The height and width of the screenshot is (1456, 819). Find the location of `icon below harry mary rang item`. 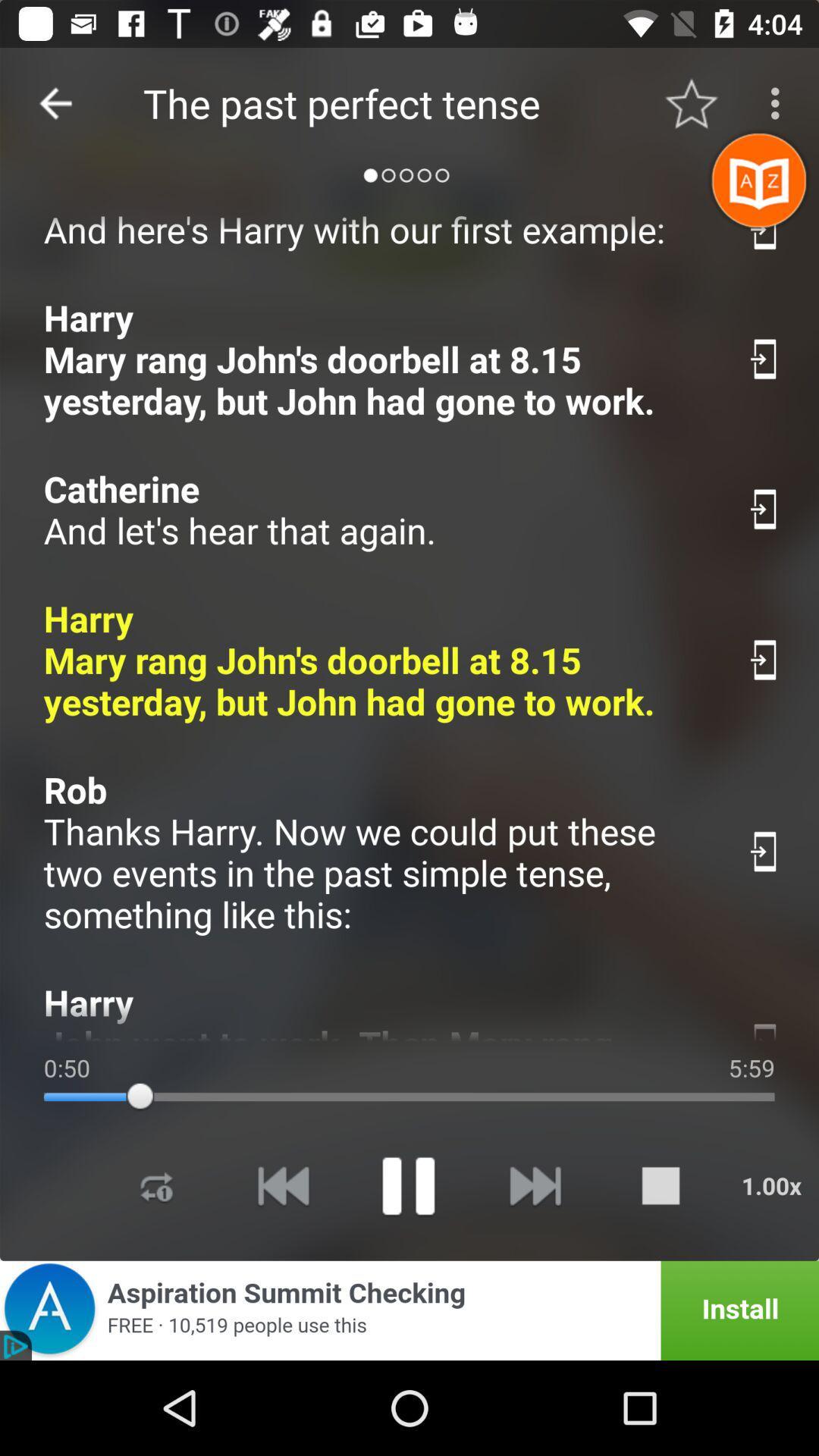

icon below harry mary rang item is located at coordinates (378, 510).